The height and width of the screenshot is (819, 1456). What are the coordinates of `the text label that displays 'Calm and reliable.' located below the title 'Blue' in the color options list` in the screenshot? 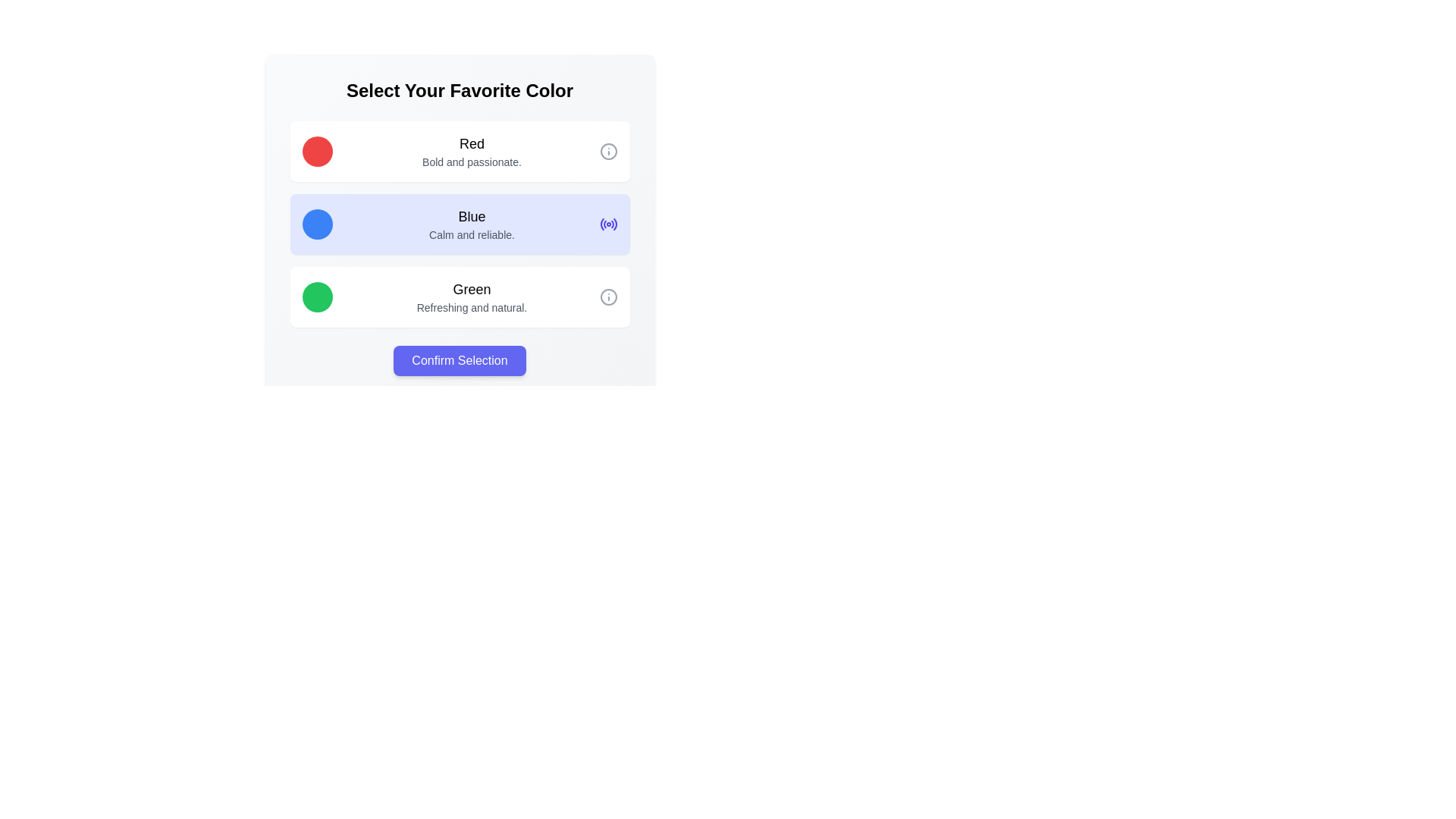 It's located at (471, 234).